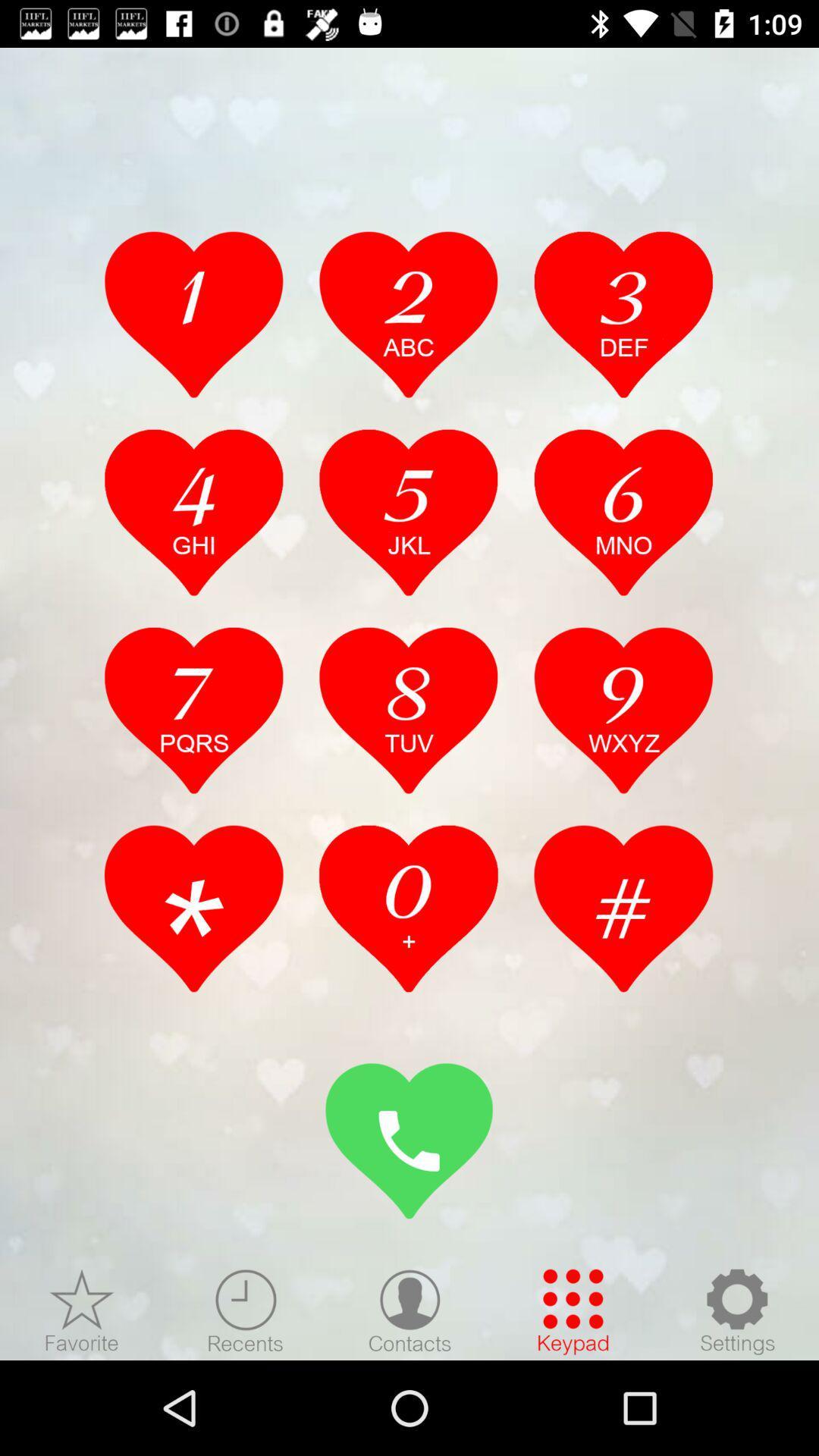 The height and width of the screenshot is (1456, 819). Describe the element at coordinates (193, 512) in the screenshot. I see `4 ghi` at that location.